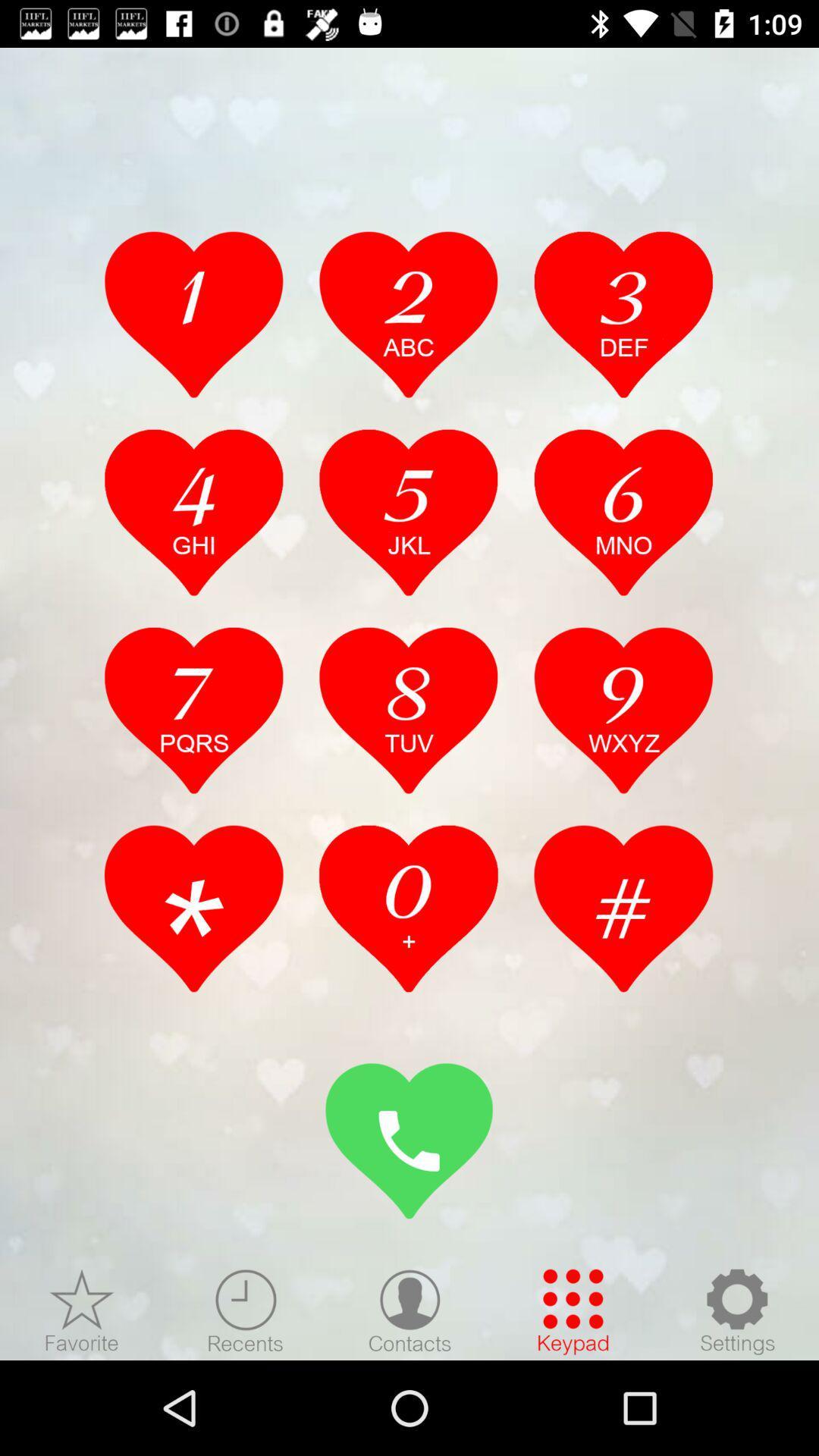 The height and width of the screenshot is (1456, 819). Describe the element at coordinates (193, 512) in the screenshot. I see `4 ghi` at that location.